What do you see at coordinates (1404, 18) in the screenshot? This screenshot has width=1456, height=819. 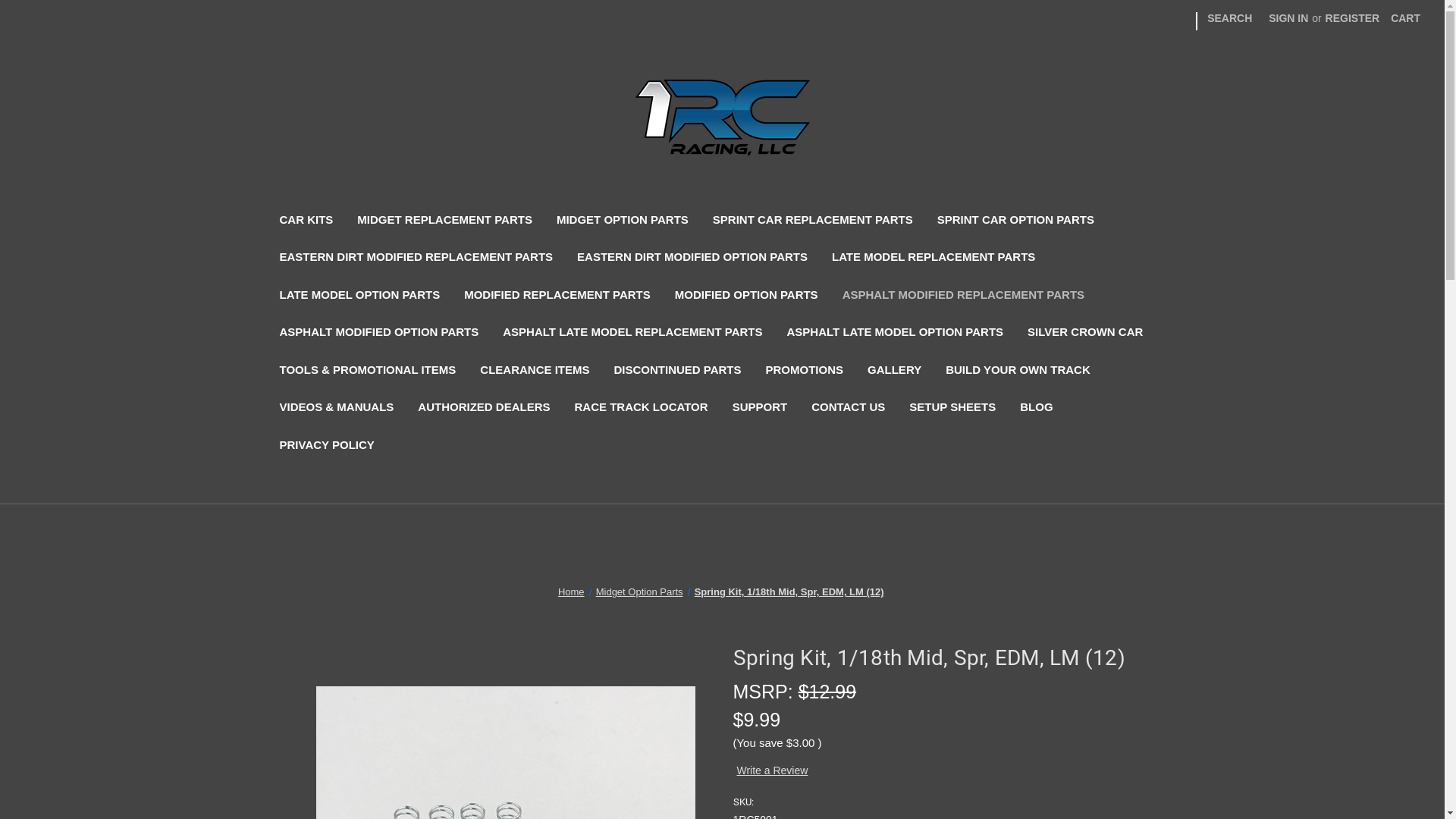 I see `'CART'` at bounding box center [1404, 18].